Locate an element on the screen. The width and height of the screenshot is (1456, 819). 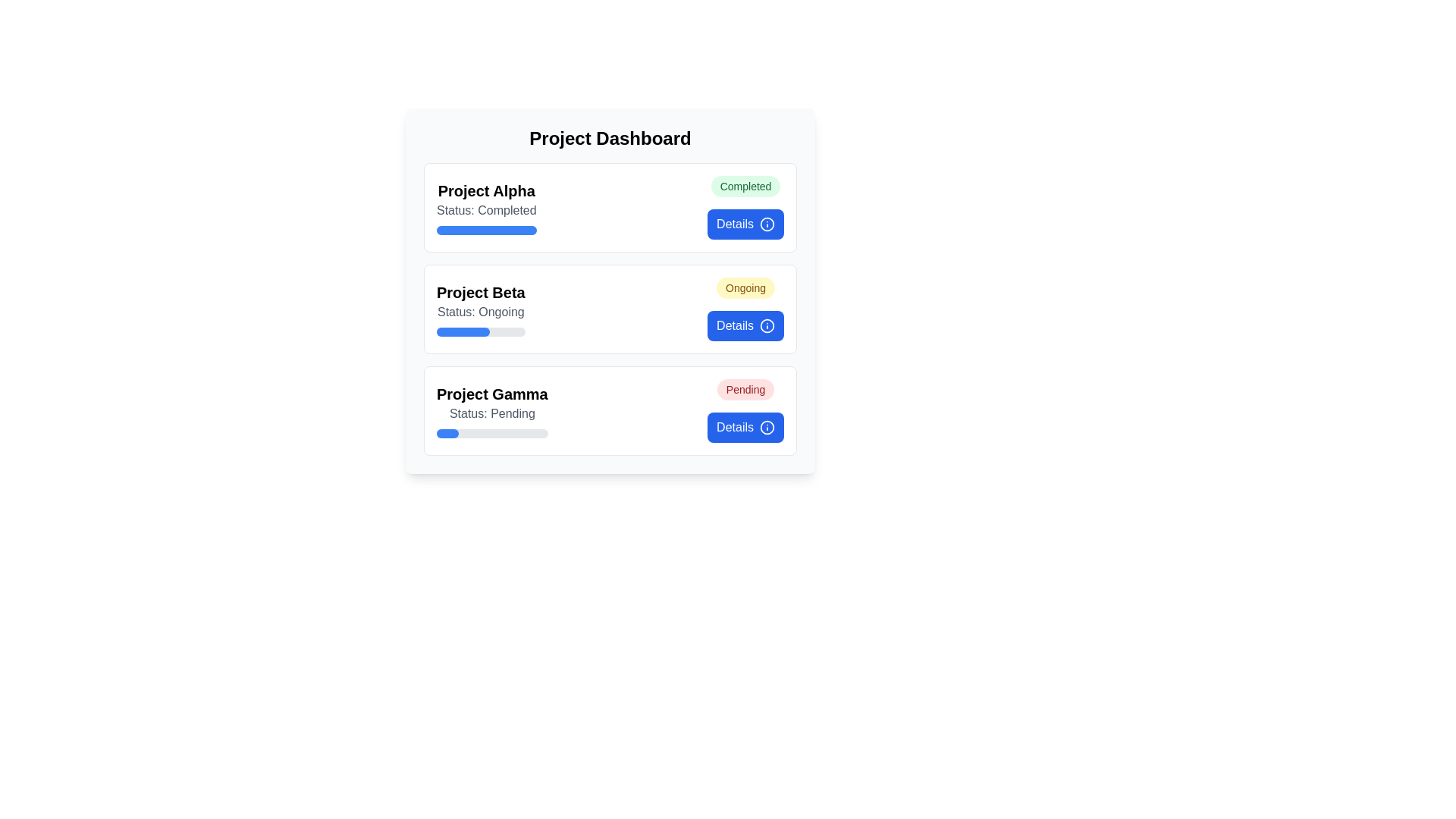
the progress bar representing 'Project Gamma', which is currently at 20% completion and located below the 'Status: Pending' text is located at coordinates (492, 433).